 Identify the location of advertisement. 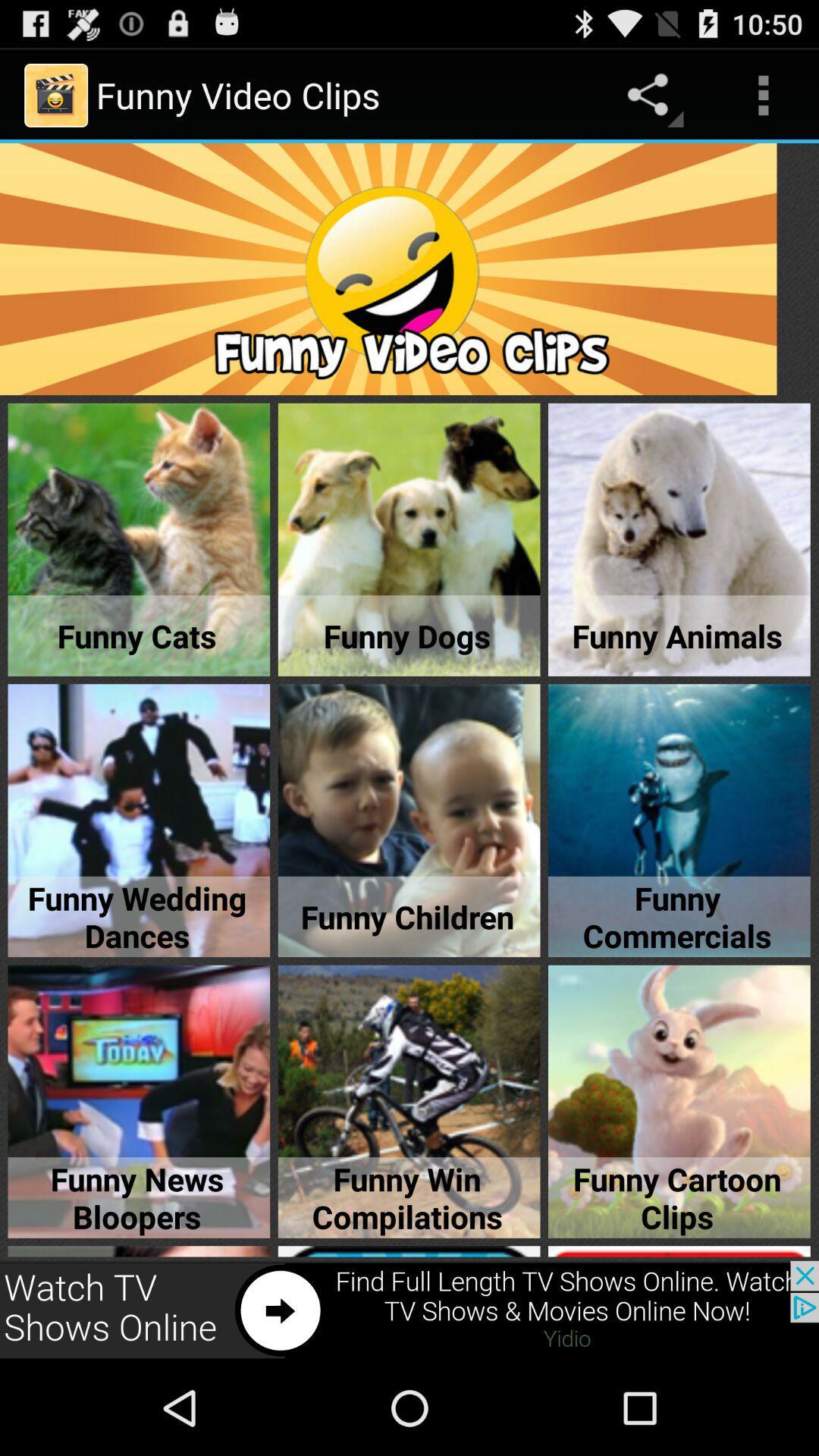
(409, 1310).